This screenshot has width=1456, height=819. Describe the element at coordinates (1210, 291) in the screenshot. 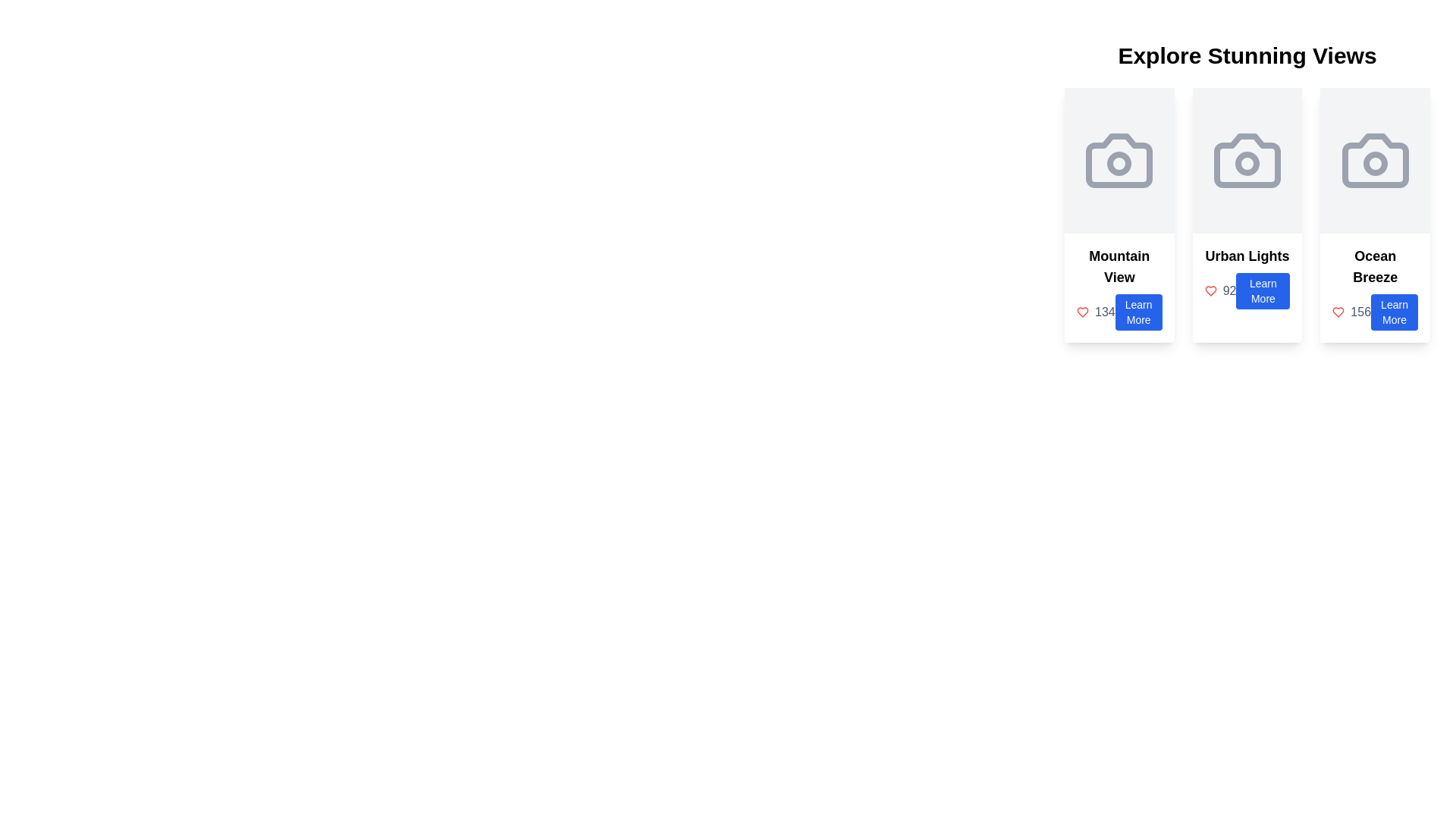

I see `the red-colored heart icon located next to the number '92' within the 'Urban Lights' card to indicate likes or favorites` at that location.